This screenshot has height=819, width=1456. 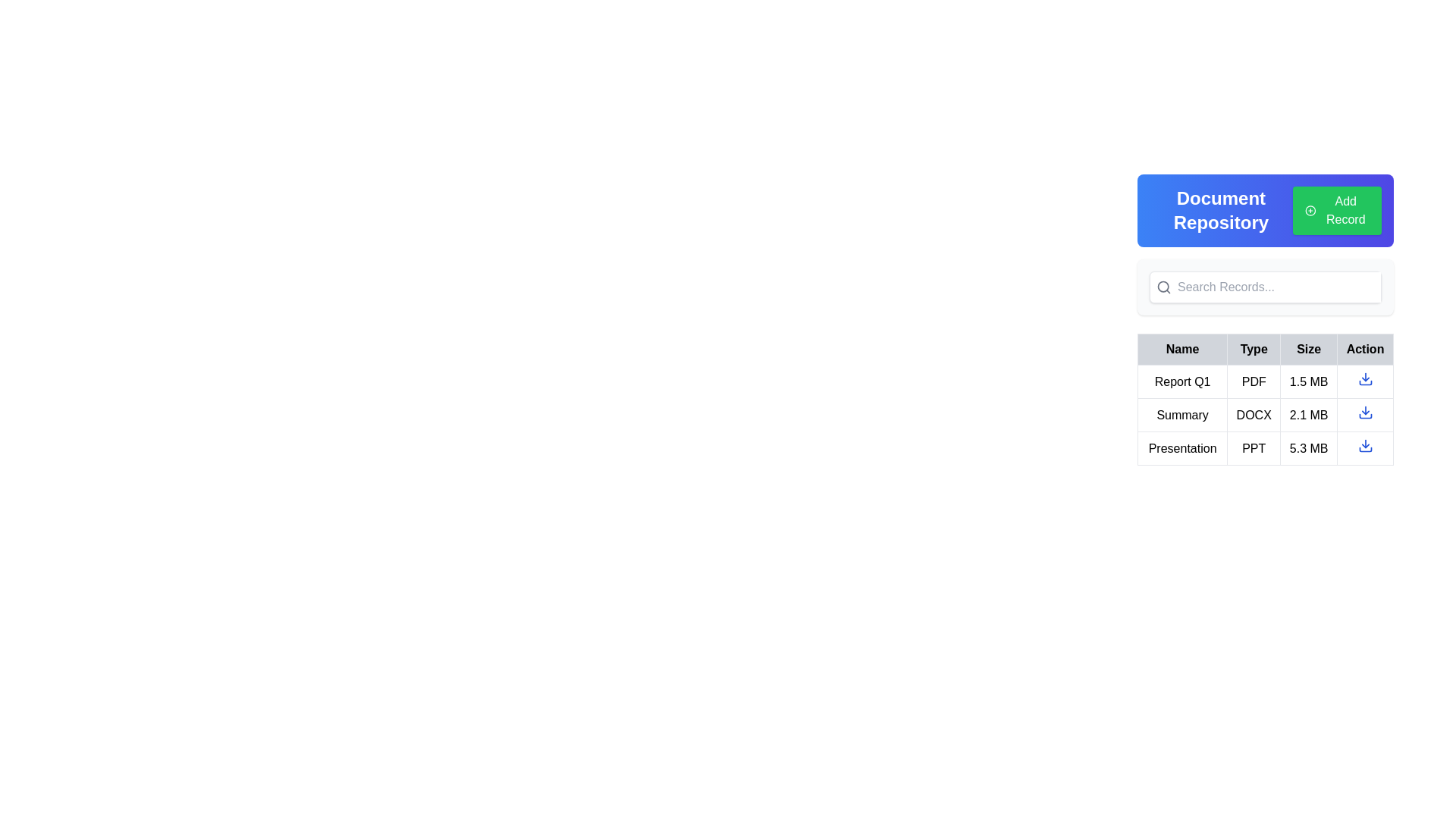 I want to click on the header element labeled 'Document Repository', so click(x=1266, y=210).